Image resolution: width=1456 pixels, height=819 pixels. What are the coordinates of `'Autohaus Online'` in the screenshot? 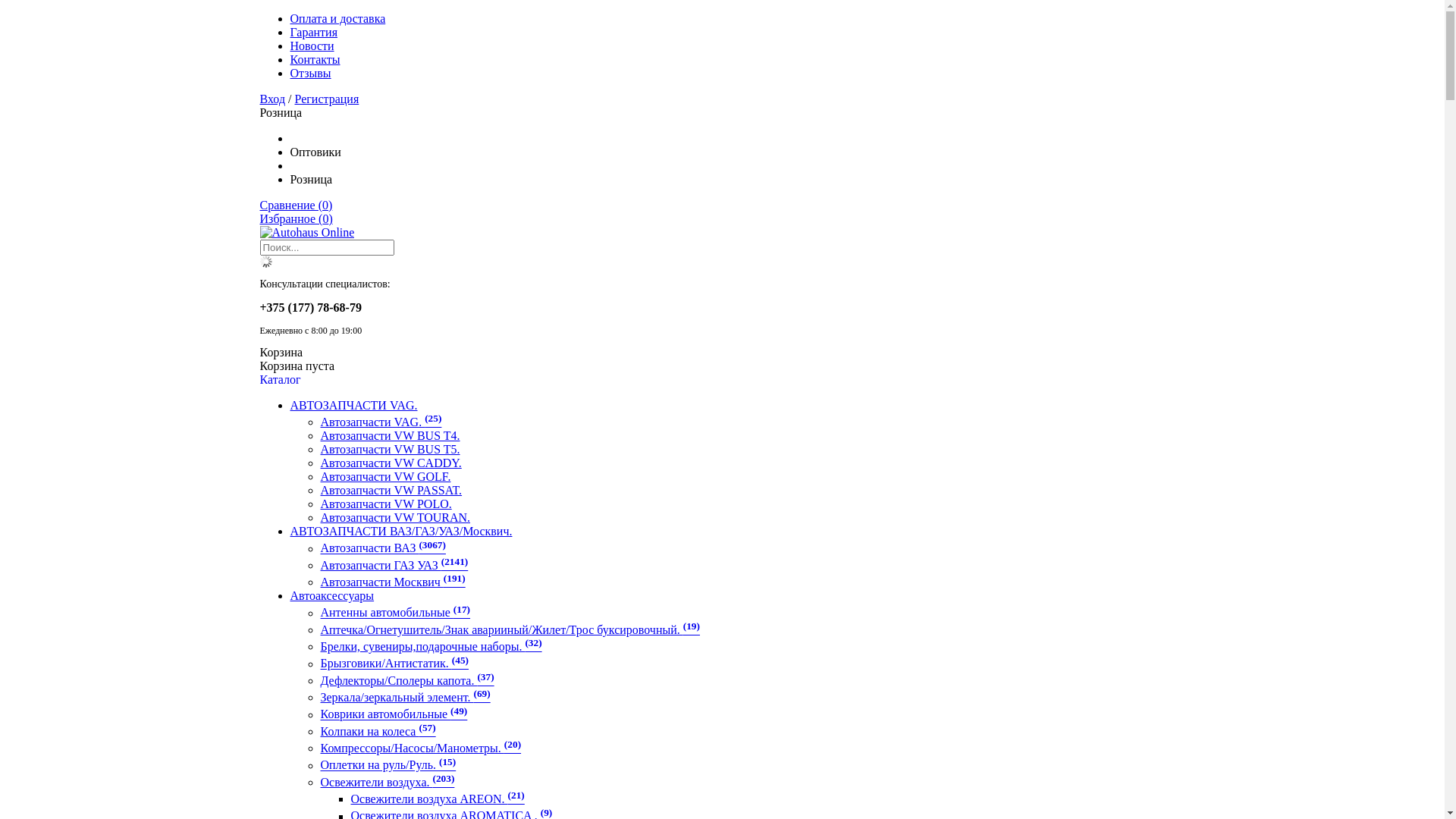 It's located at (306, 233).